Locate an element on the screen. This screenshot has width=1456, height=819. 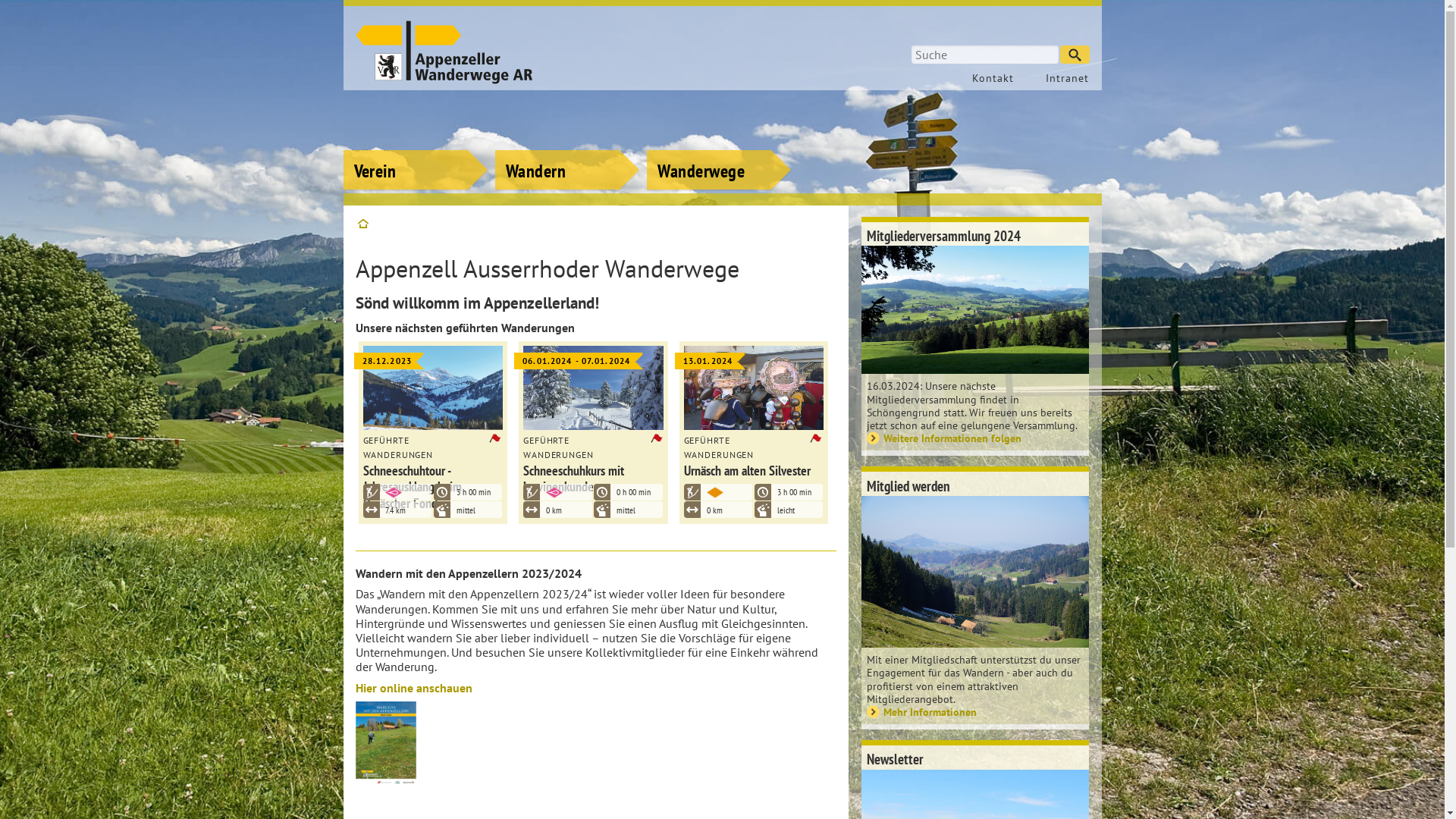
'Newsletter' is located at coordinates (975, 758).